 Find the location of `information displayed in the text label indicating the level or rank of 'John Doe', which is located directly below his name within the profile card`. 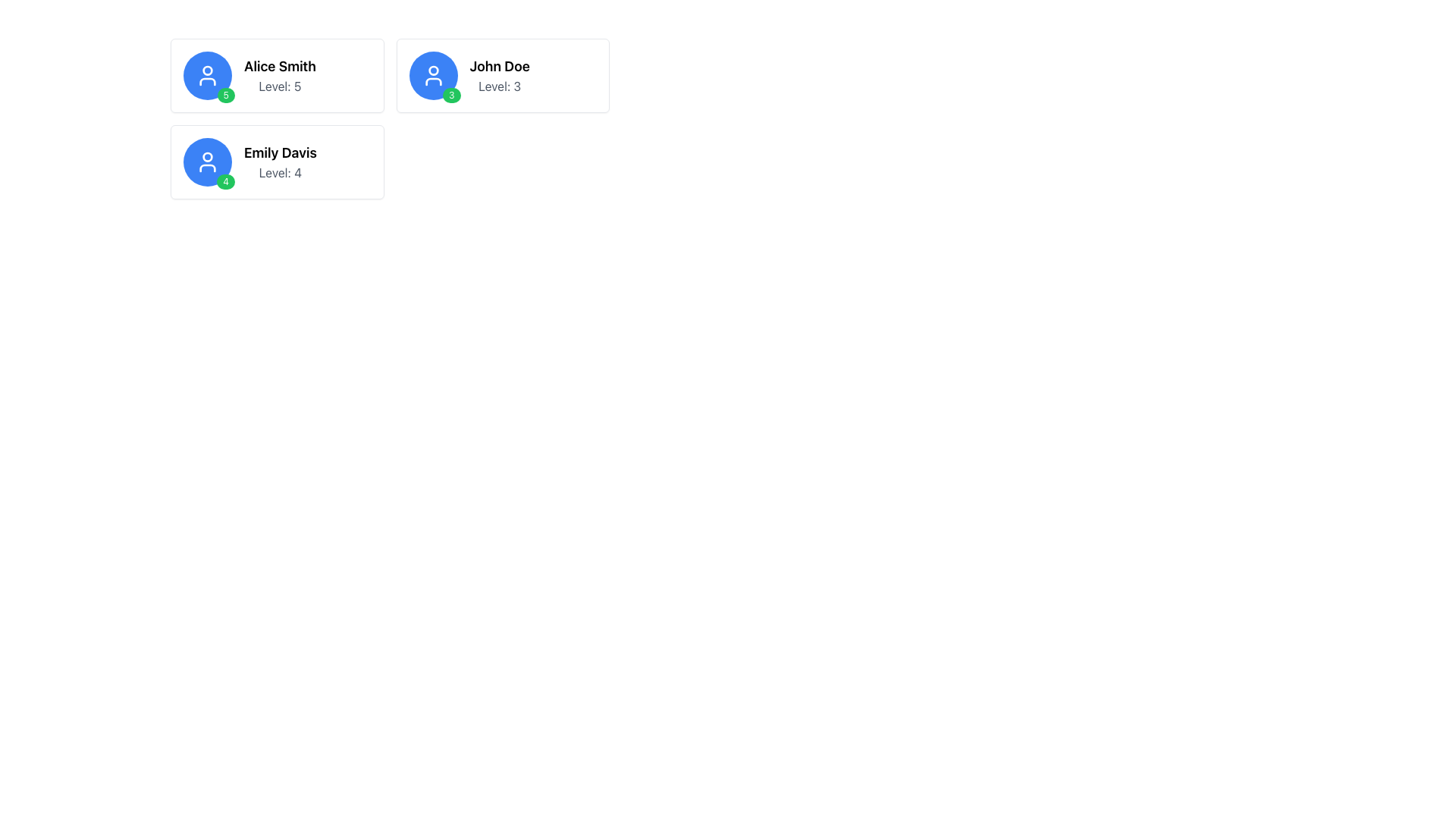

information displayed in the text label indicating the level or rank of 'John Doe', which is located directly below his name within the profile card is located at coordinates (500, 86).